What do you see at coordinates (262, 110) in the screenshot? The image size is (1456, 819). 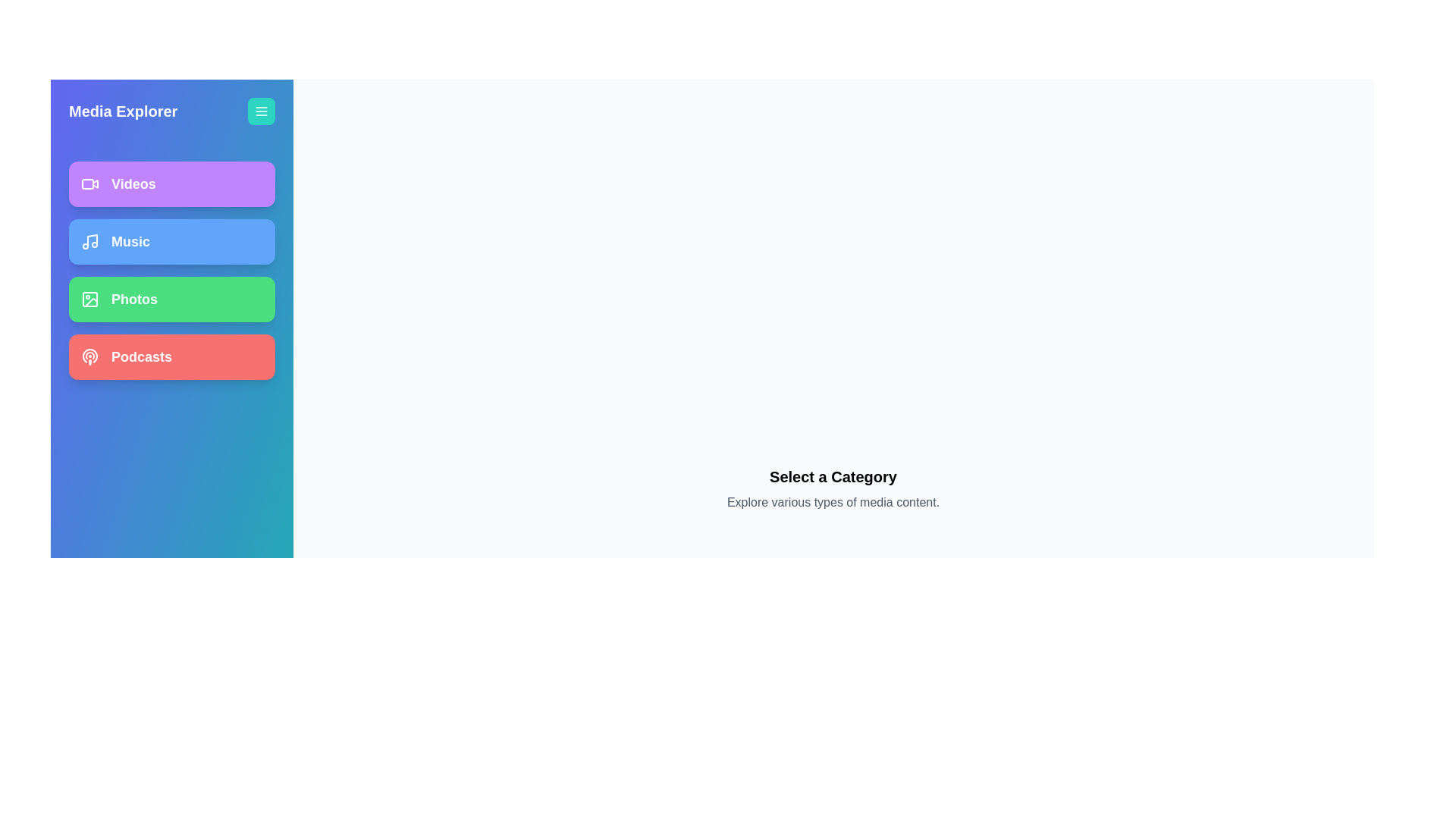 I see `the toggle button to close the drawer` at bounding box center [262, 110].